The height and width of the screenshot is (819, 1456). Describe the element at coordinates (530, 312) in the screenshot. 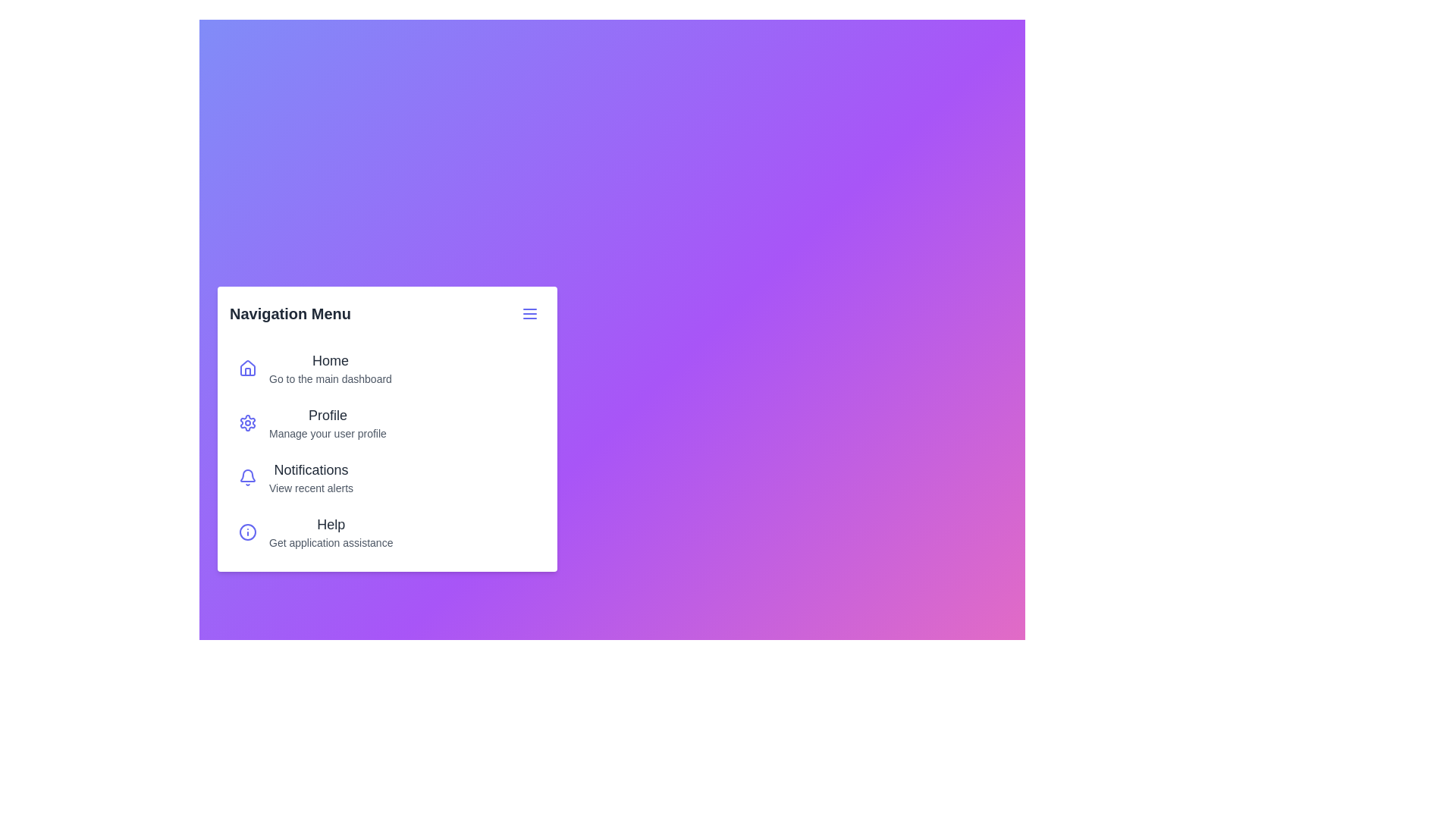

I see `the menu button to toggle the visibility of the menu` at that location.